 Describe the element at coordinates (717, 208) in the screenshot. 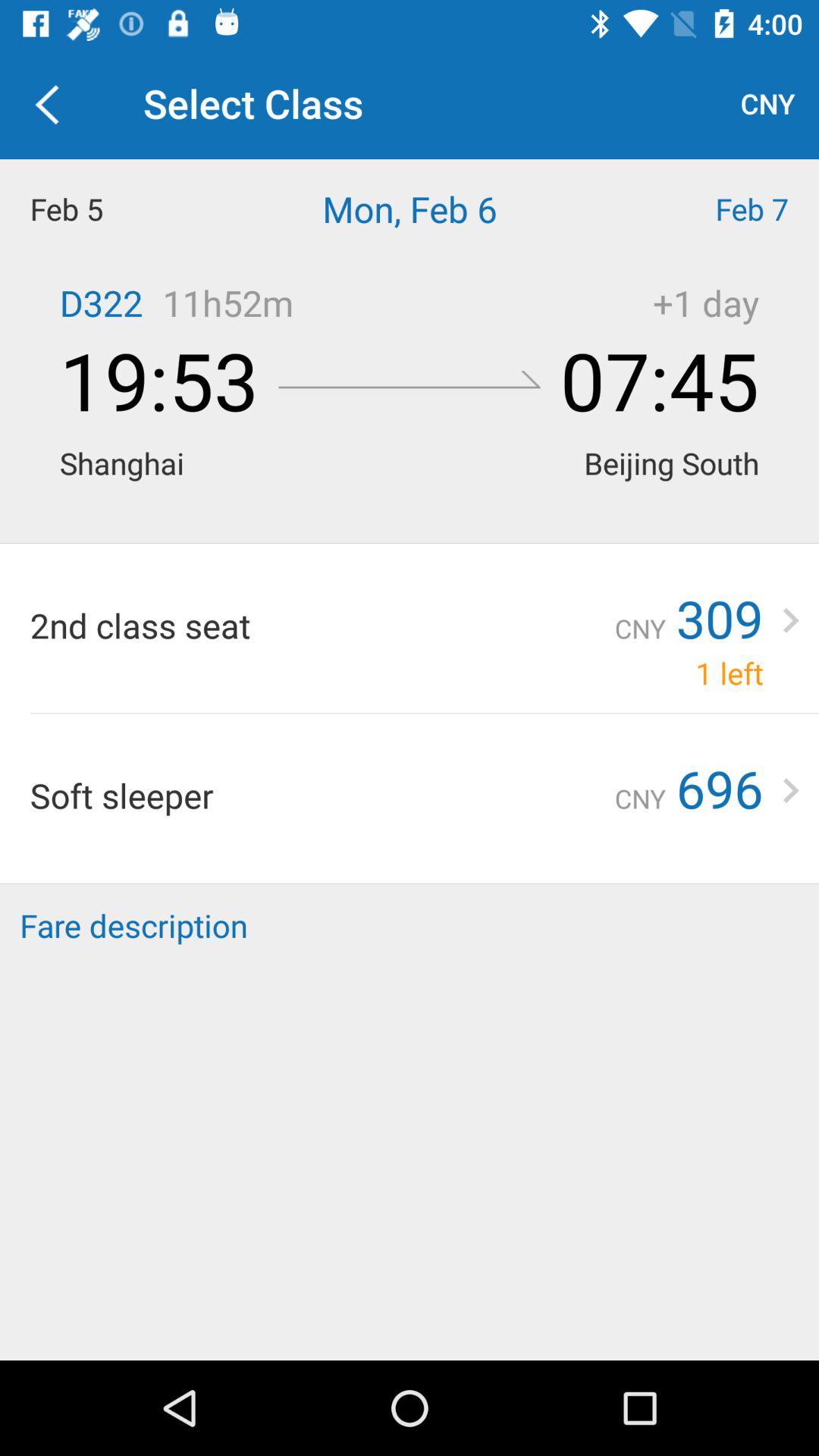

I see `the icon below the cny` at that location.